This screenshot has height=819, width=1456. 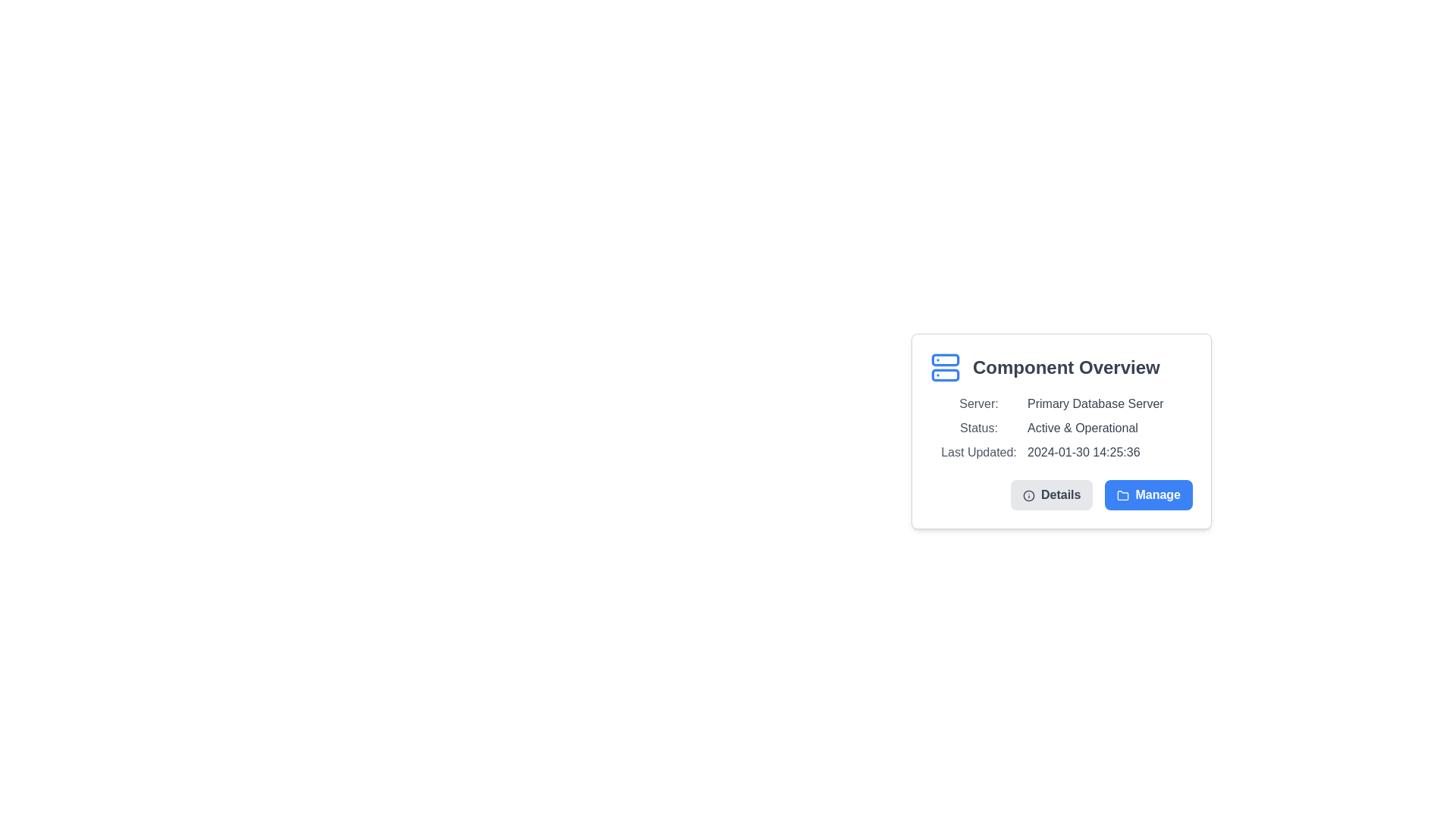 I want to click on the informational text block displaying server status details, which includes 'Server: Primary Database Server', 'Status: Active & Operational', and 'Last Updated: 2024-01-30 14:25:36', located within the 'Component Overview' card, so click(x=1061, y=428).